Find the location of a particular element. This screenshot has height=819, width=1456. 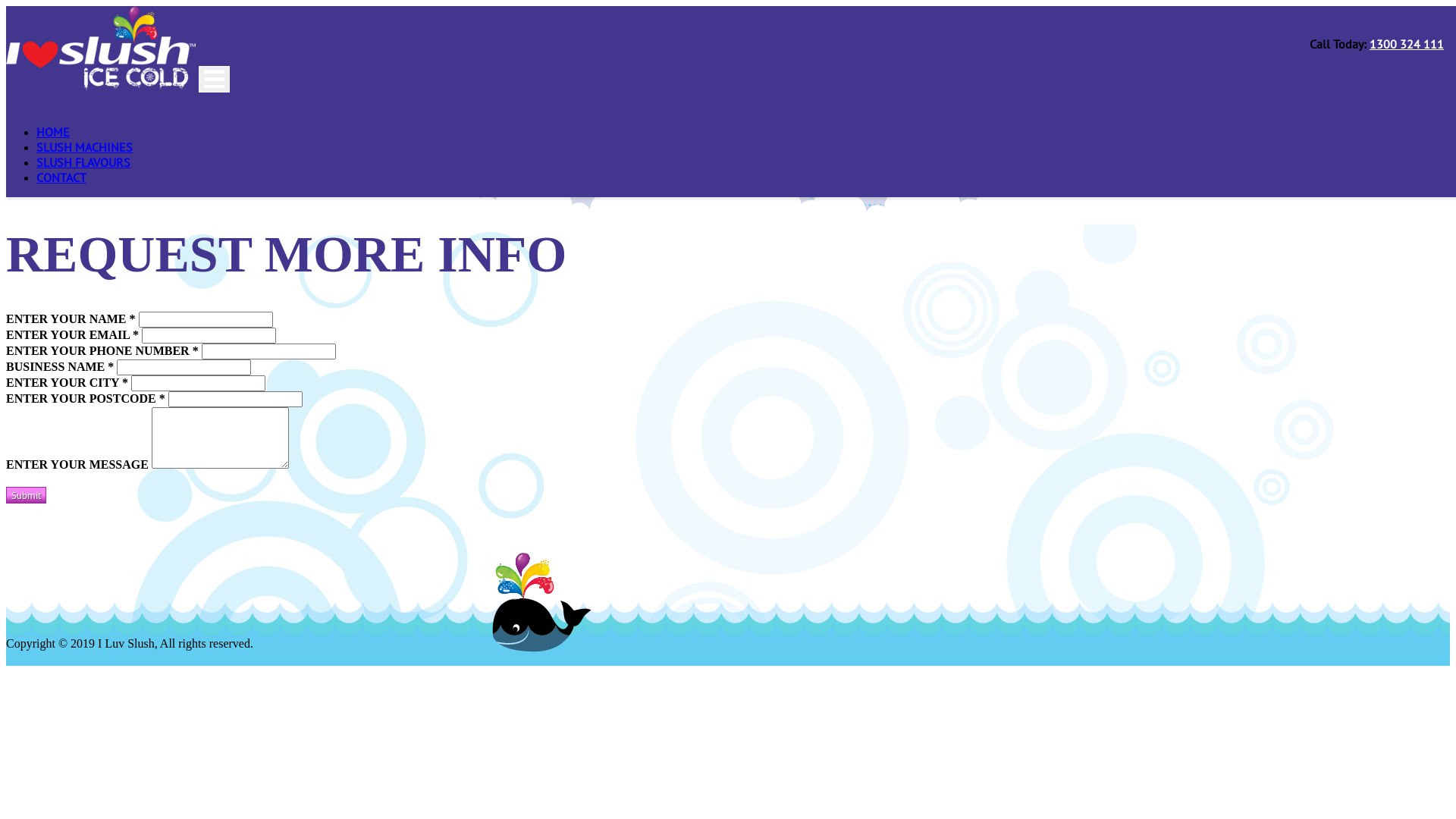

'SLUSH FLAVOURS' is located at coordinates (83, 162).